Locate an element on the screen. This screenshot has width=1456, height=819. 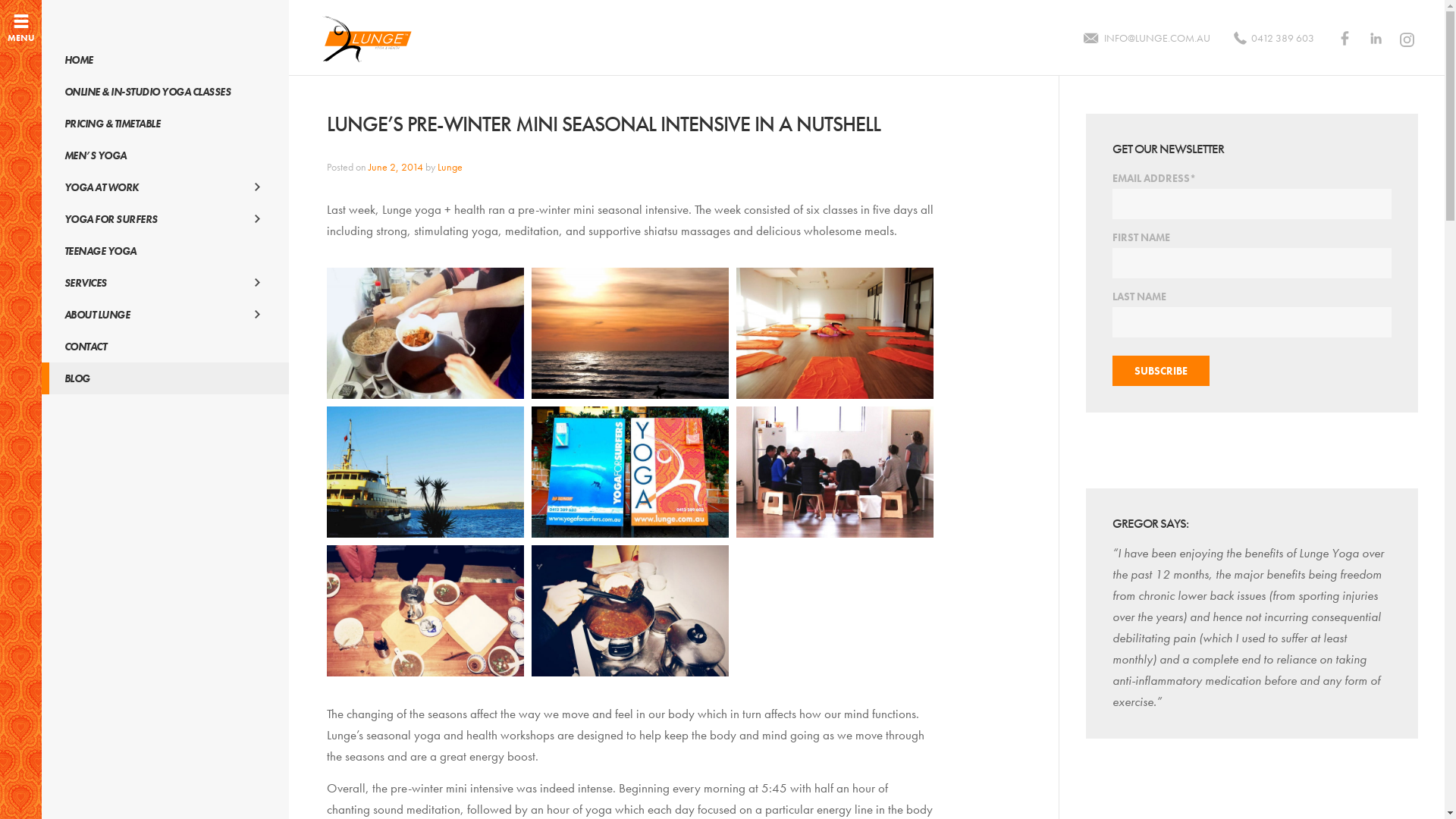
'June 2, 2014' is located at coordinates (396, 166).